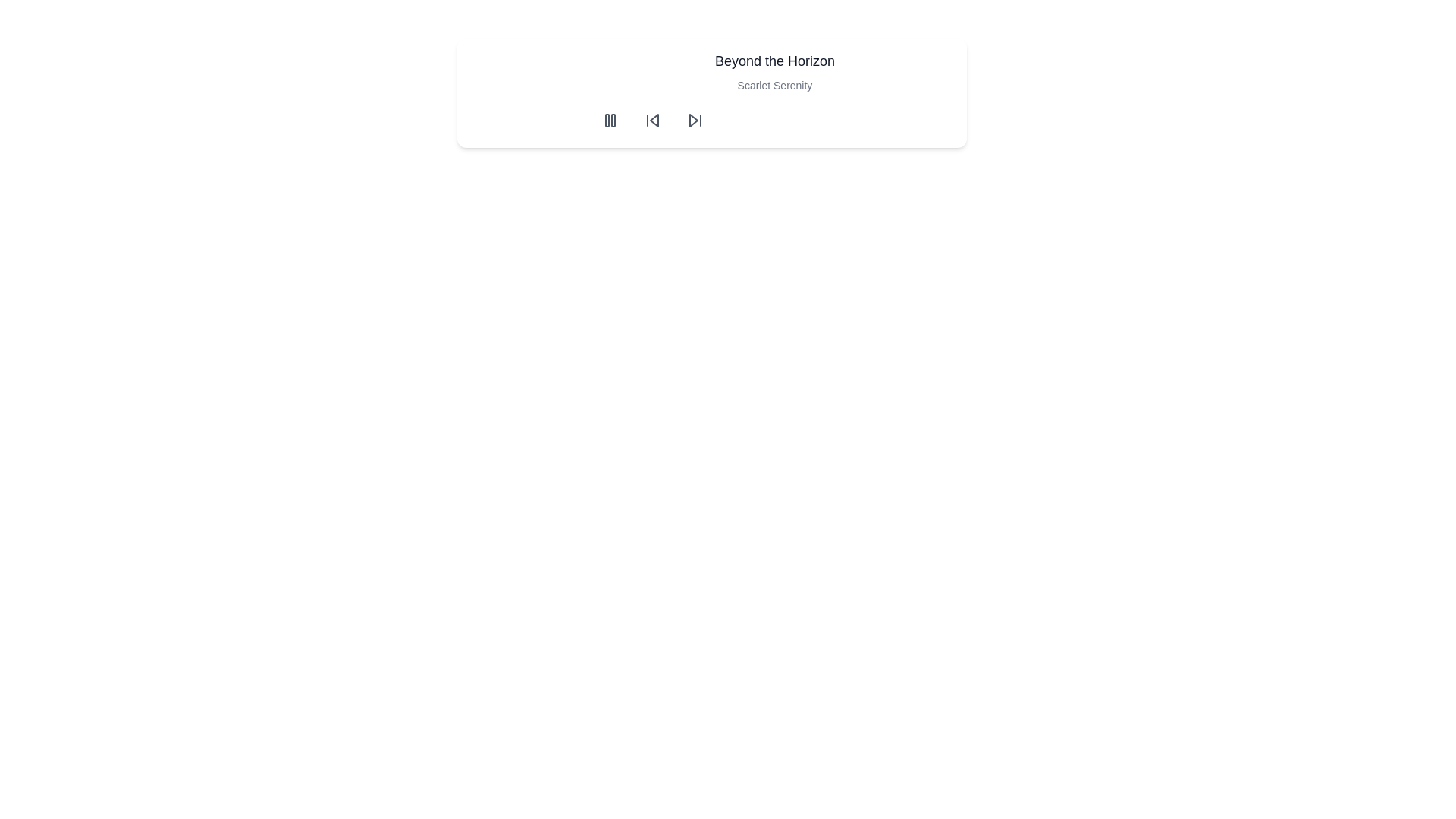  What do you see at coordinates (652, 119) in the screenshot?
I see `the skip-back icon button located in the middle of the media player interface` at bounding box center [652, 119].